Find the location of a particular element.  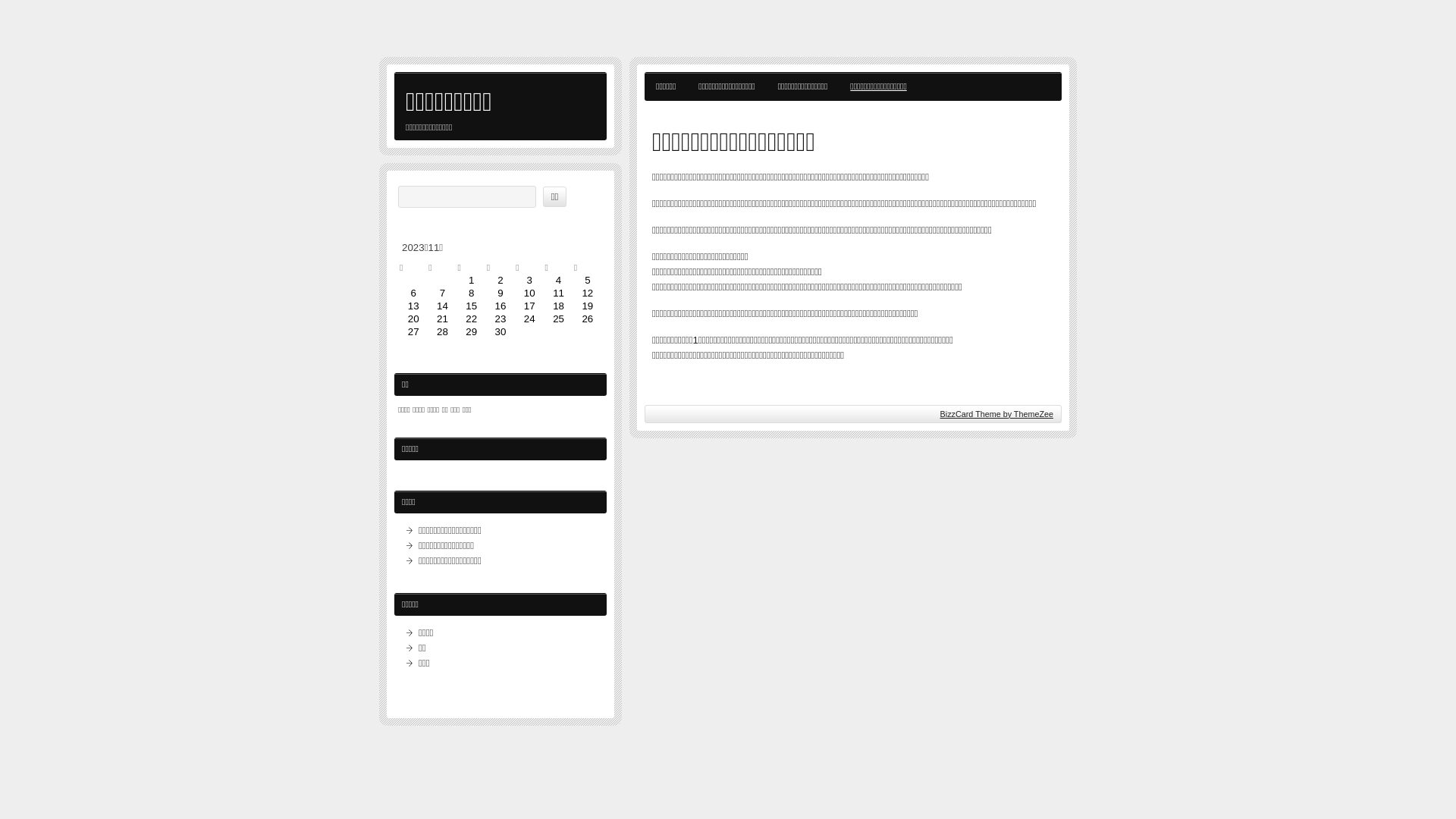

'BizzCard Theme by ThemeZee' is located at coordinates (939, 414).